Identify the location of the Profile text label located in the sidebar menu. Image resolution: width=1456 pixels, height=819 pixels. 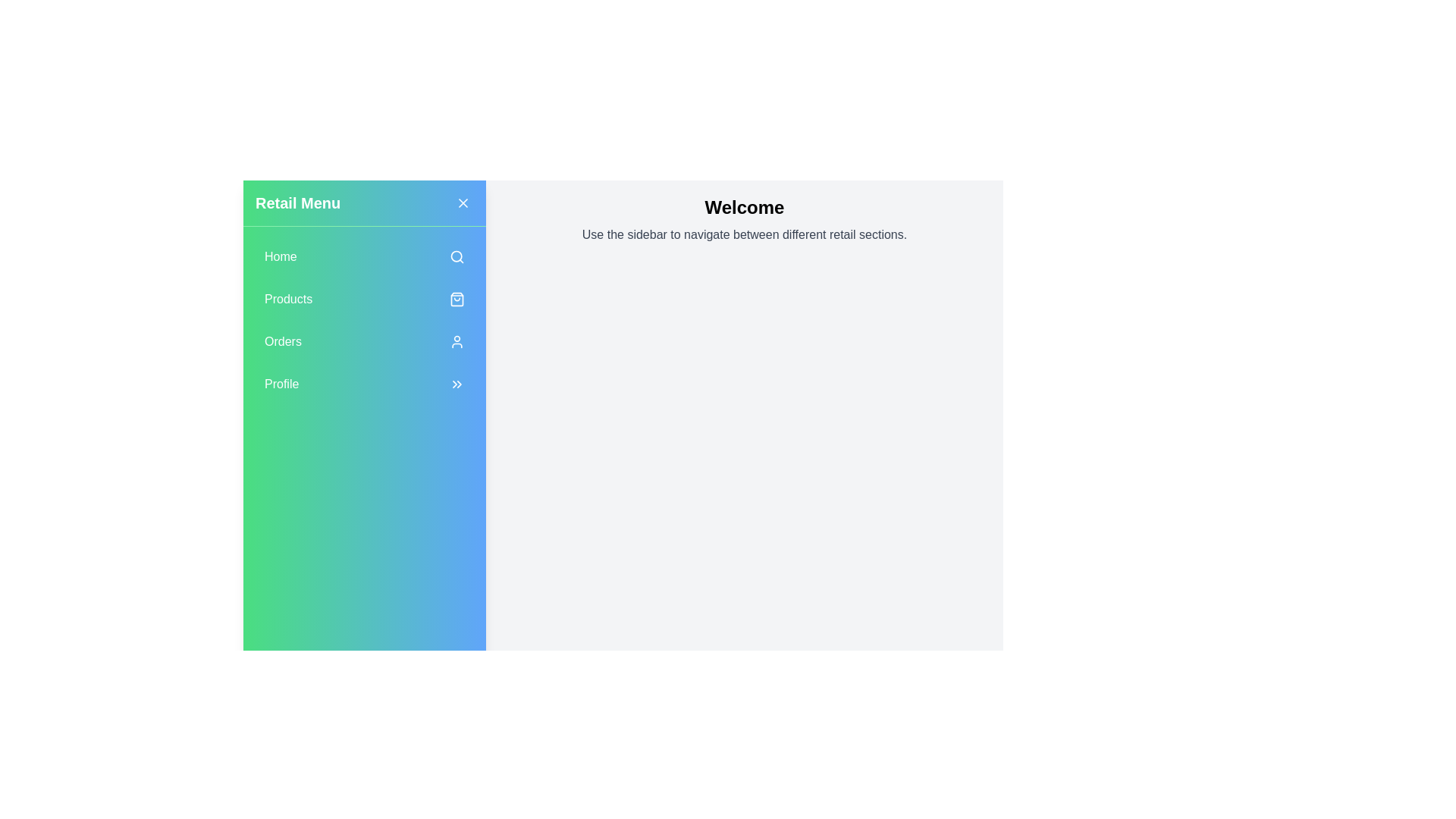
(281, 383).